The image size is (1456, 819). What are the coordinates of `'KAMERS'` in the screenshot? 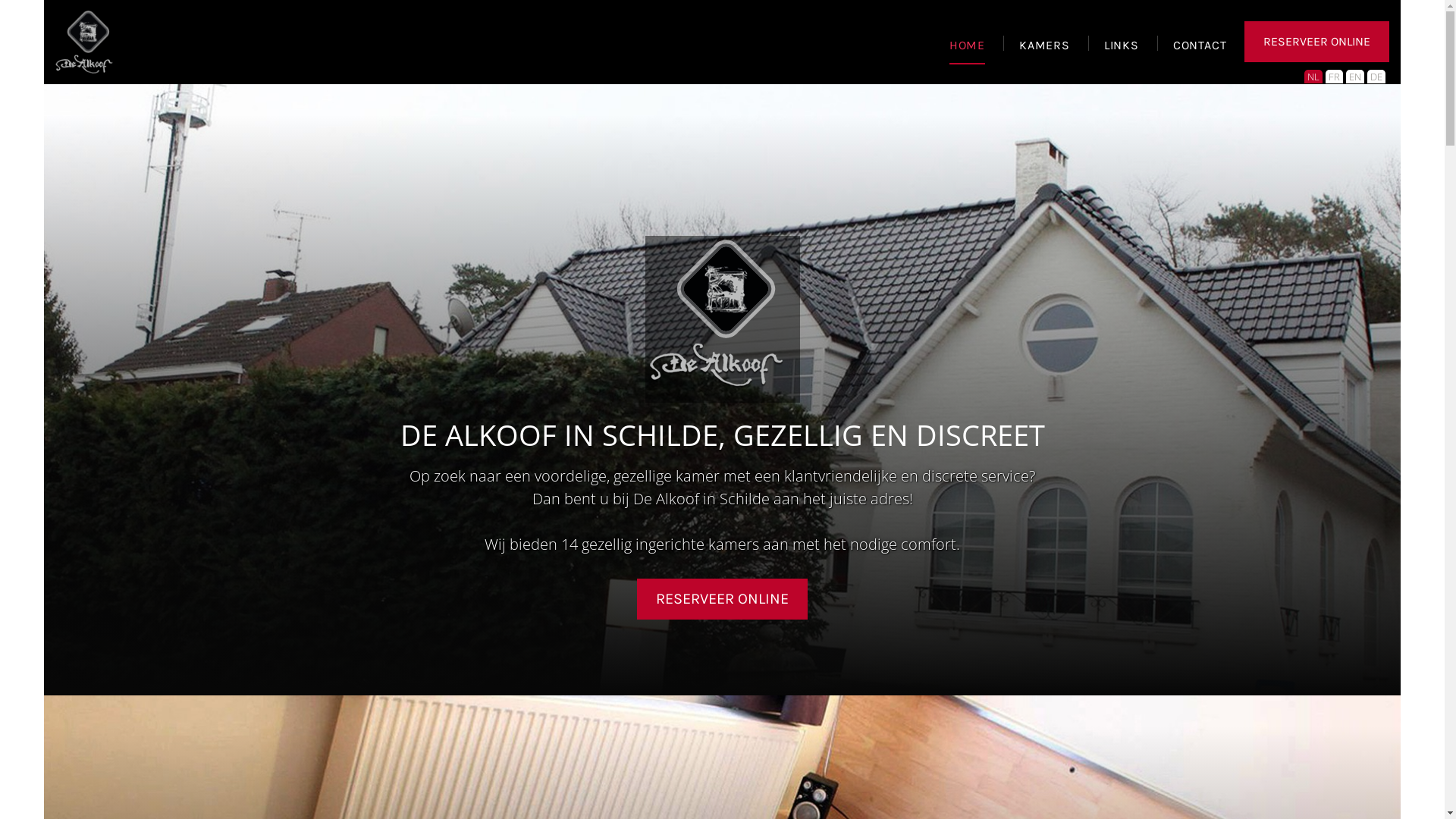 It's located at (1043, 50).